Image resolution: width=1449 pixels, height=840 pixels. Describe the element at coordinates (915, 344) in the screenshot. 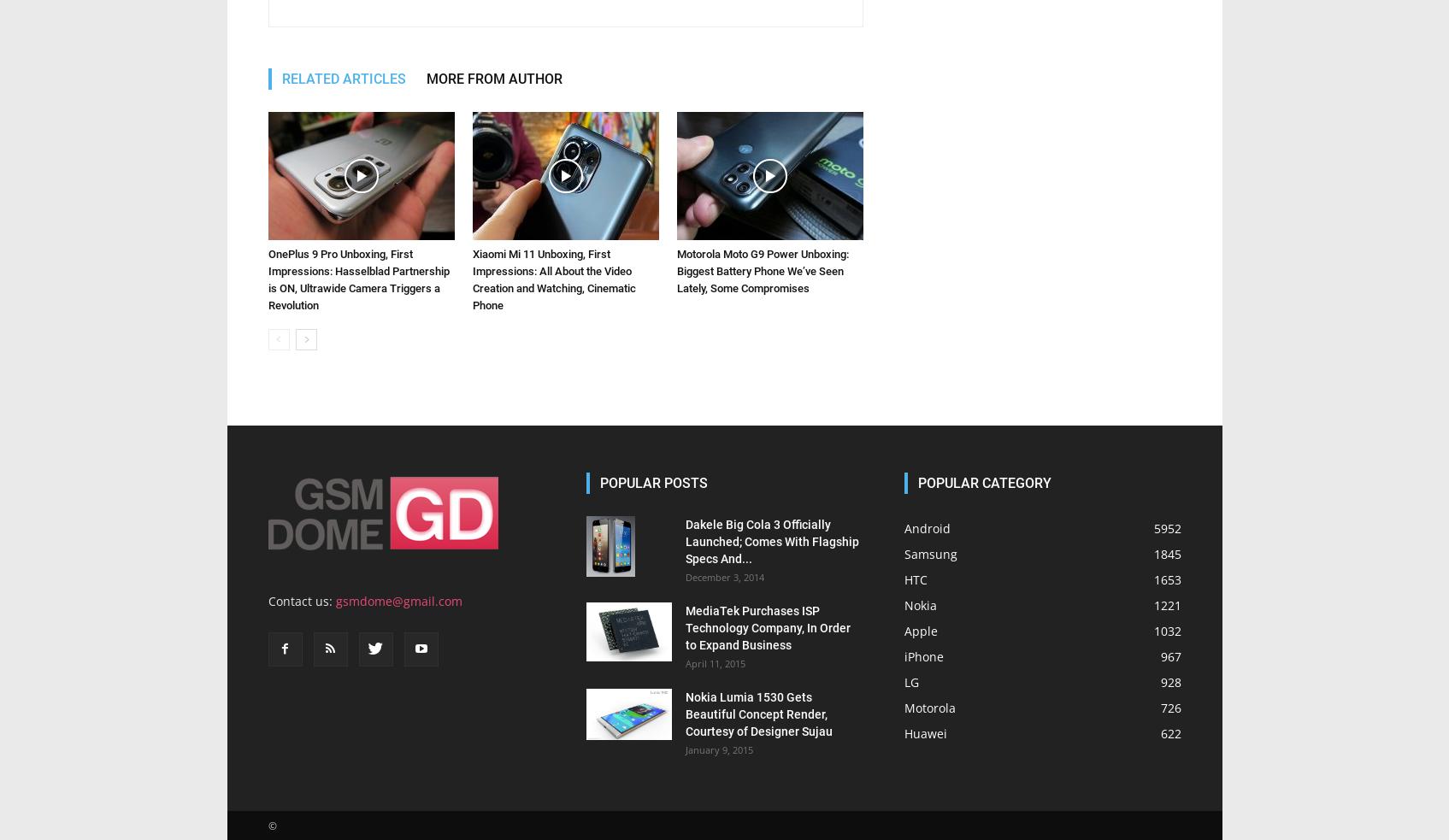

I see `'HTC'` at that location.